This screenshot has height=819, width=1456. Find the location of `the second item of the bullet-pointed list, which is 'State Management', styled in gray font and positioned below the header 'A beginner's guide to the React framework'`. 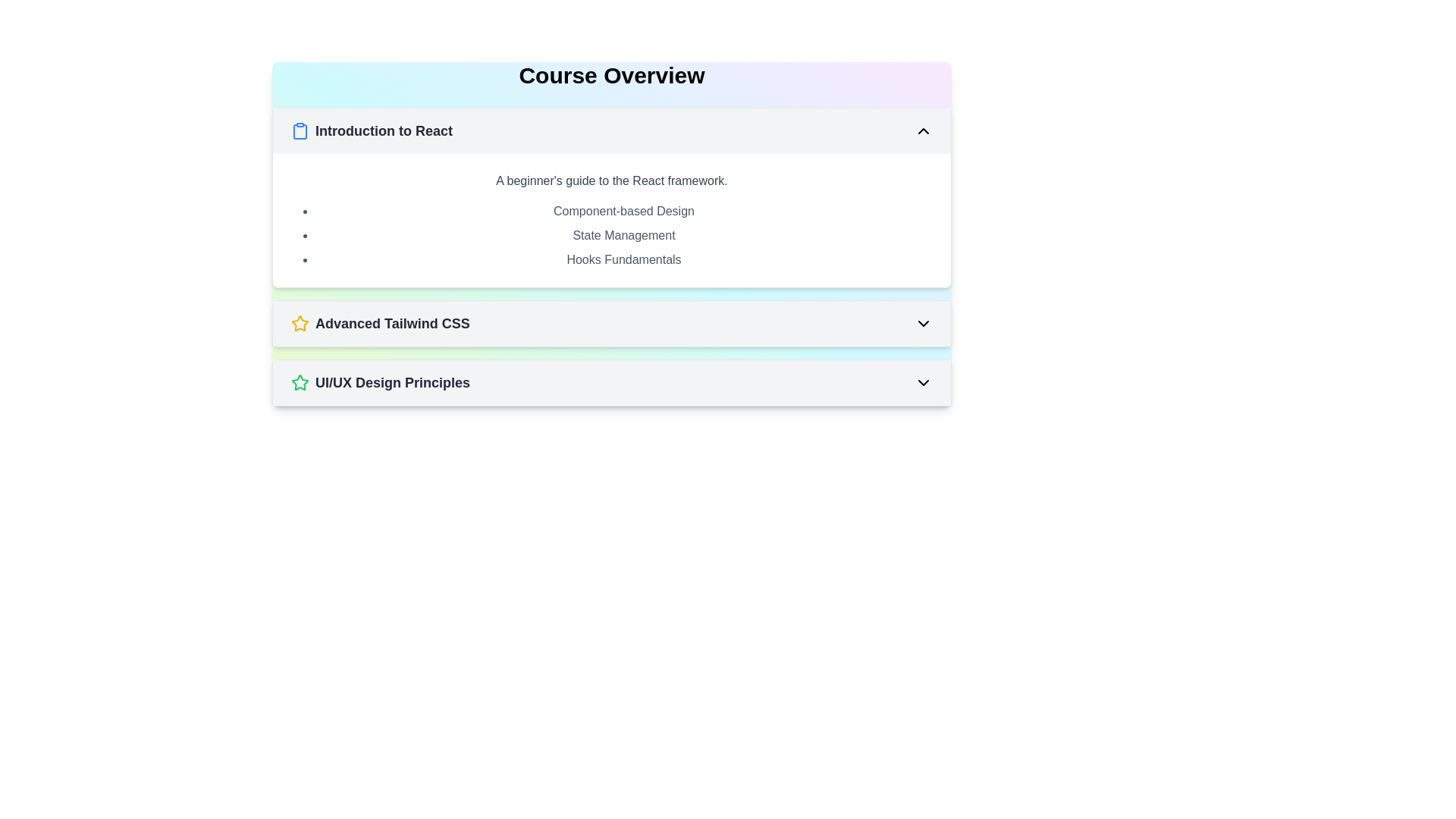

the second item of the bullet-pointed list, which is 'State Management', styled in gray font and positioned below the header 'A beginner's guide to the React framework' is located at coordinates (611, 236).